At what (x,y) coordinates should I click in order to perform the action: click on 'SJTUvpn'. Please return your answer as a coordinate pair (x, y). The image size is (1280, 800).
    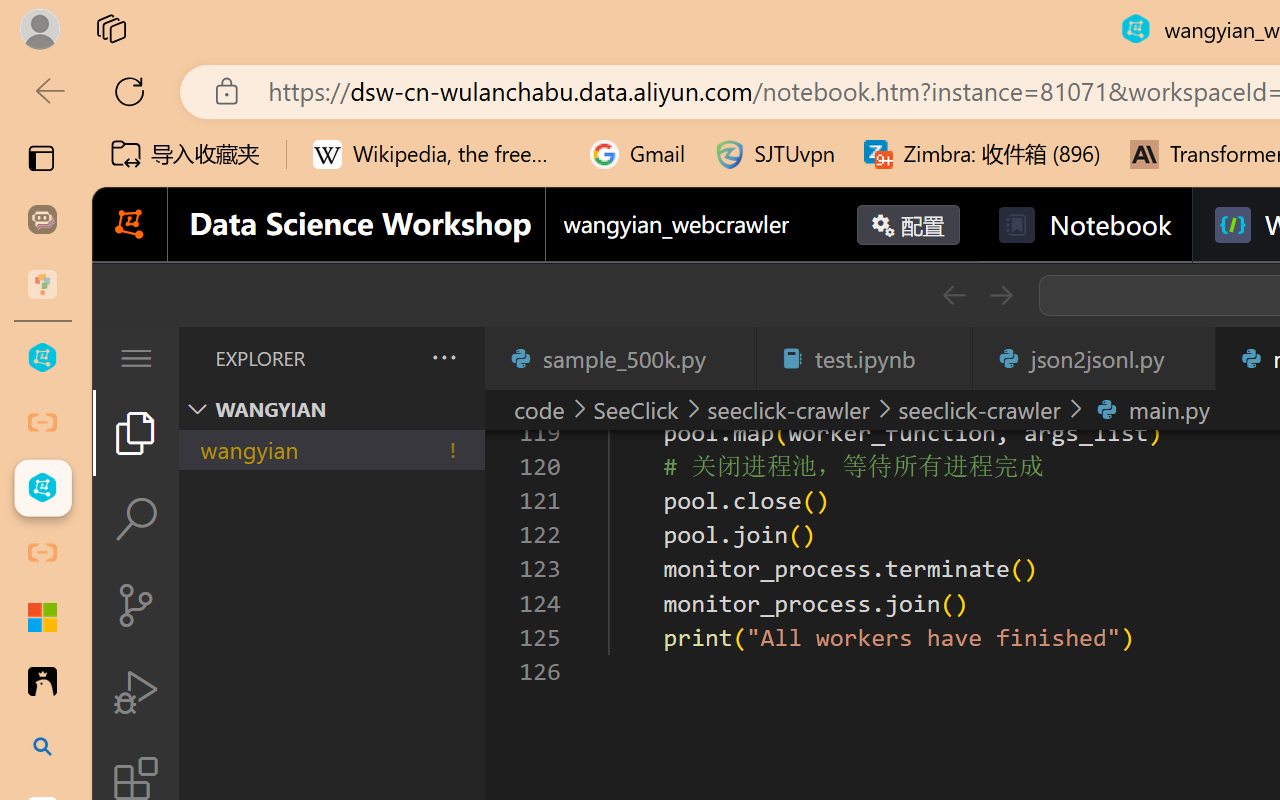
    Looking at the image, I should click on (773, 154).